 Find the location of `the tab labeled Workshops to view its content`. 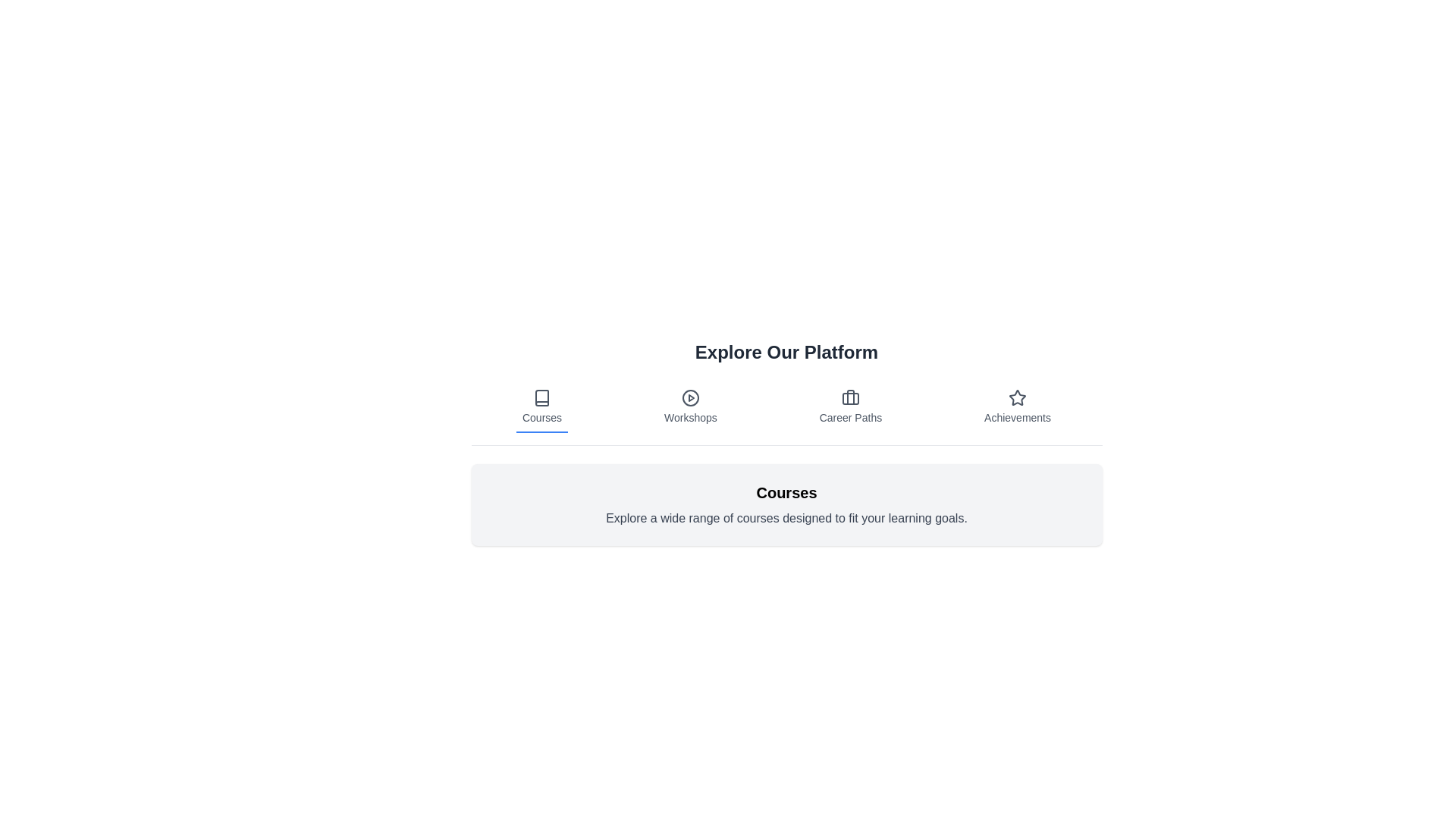

the tab labeled Workshops to view its content is located at coordinates (689, 406).